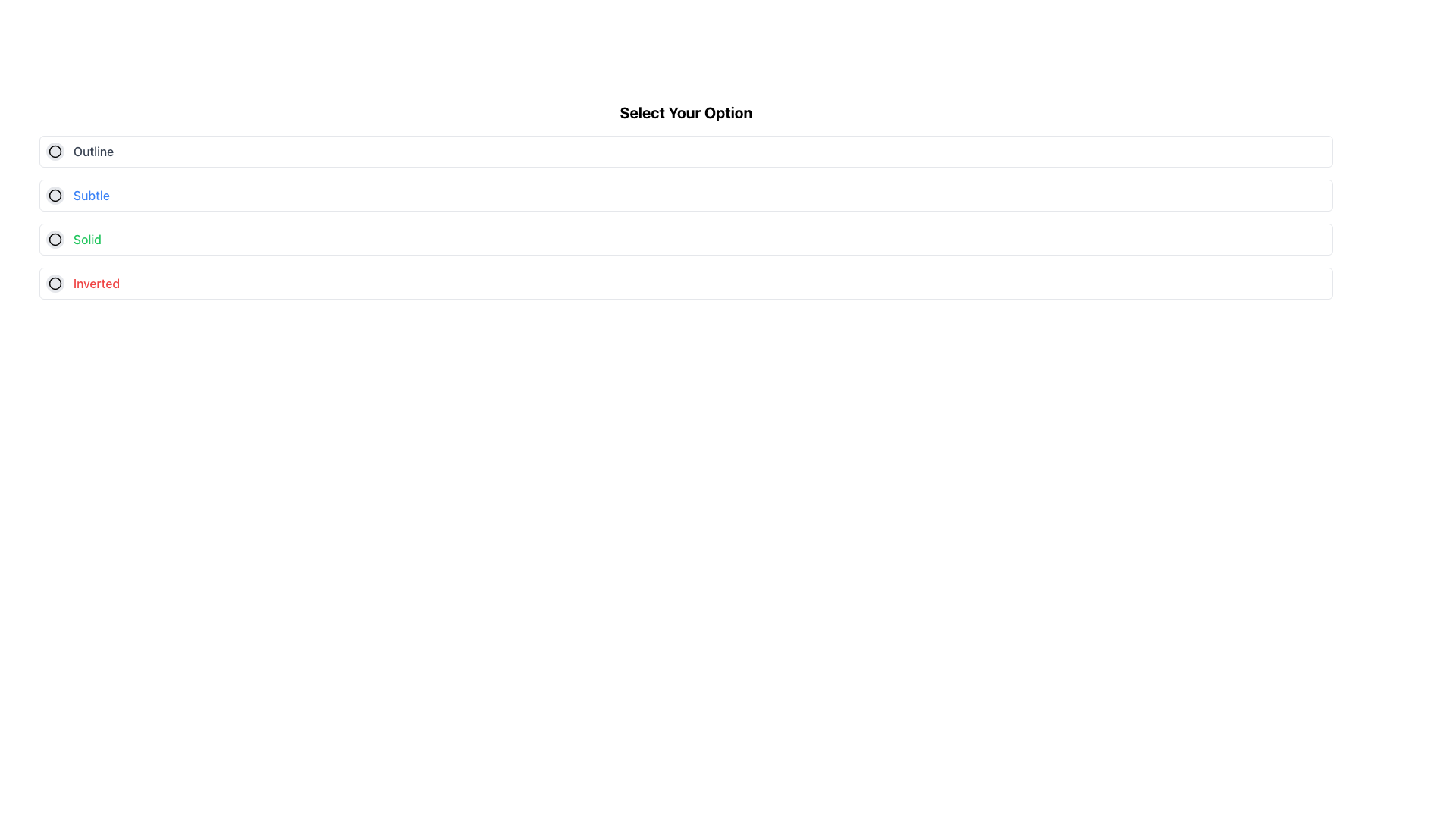 The height and width of the screenshot is (819, 1456). Describe the element at coordinates (90, 195) in the screenshot. I see `the text label displaying 'Subtle' in bold blue font` at that location.